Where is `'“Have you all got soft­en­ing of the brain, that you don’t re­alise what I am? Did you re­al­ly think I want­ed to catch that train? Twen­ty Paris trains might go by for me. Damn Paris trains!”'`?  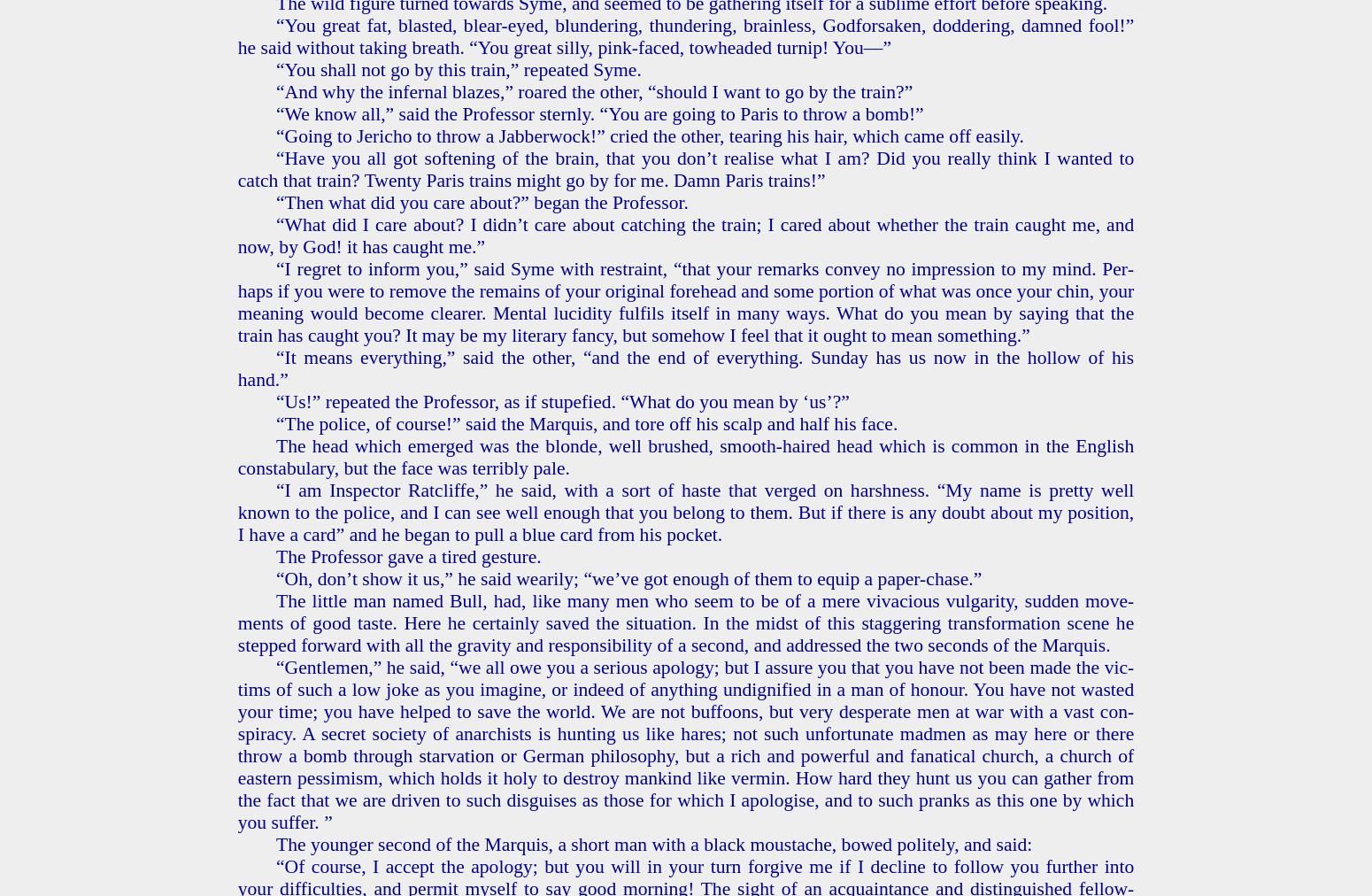 '“Have you all got soft­en­ing of the brain, that you don’t re­alise what I am? Did you re­al­ly think I want­ed to catch that train? Twen­ty Paris trains might go by for me. Damn Paris trains!”' is located at coordinates (236, 168).